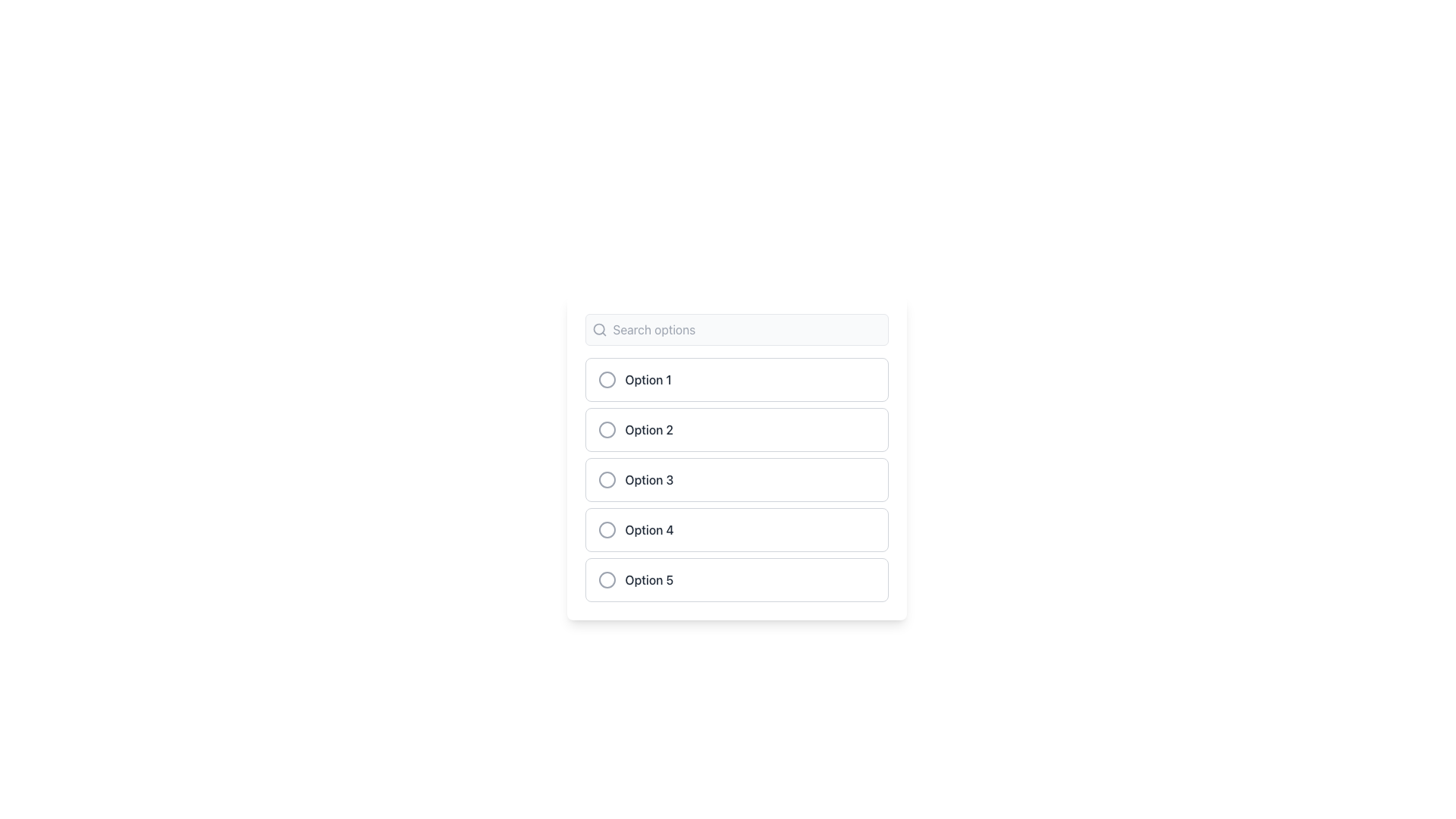 The height and width of the screenshot is (819, 1456). I want to click on the third radio button option in the vertically stacked list, so click(736, 479).